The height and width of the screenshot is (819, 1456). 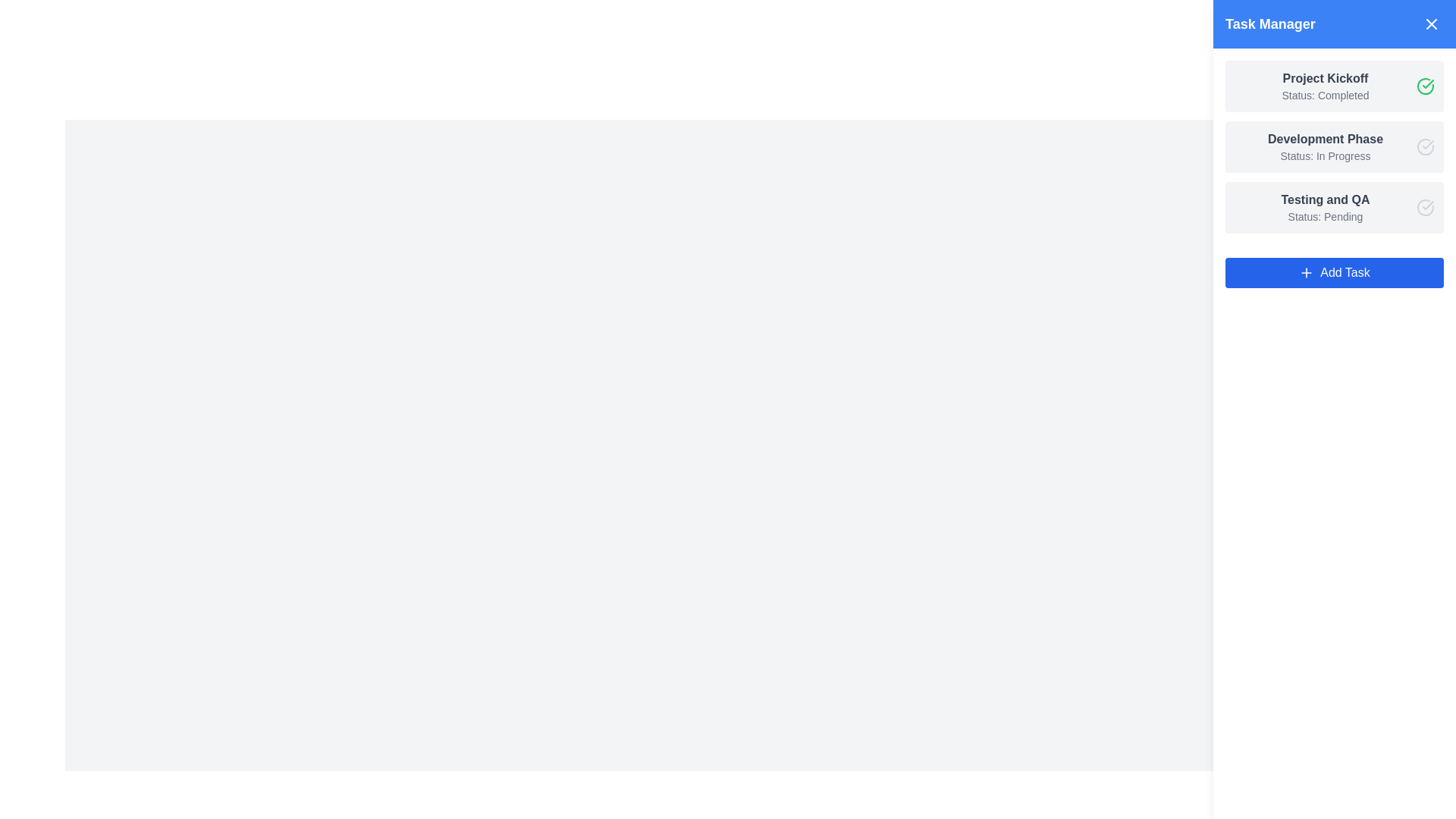 What do you see at coordinates (1324, 146) in the screenshot?
I see `the information displayed in the Text Display section titled 'Development Phase' that shows 'Status: In Progress'` at bounding box center [1324, 146].